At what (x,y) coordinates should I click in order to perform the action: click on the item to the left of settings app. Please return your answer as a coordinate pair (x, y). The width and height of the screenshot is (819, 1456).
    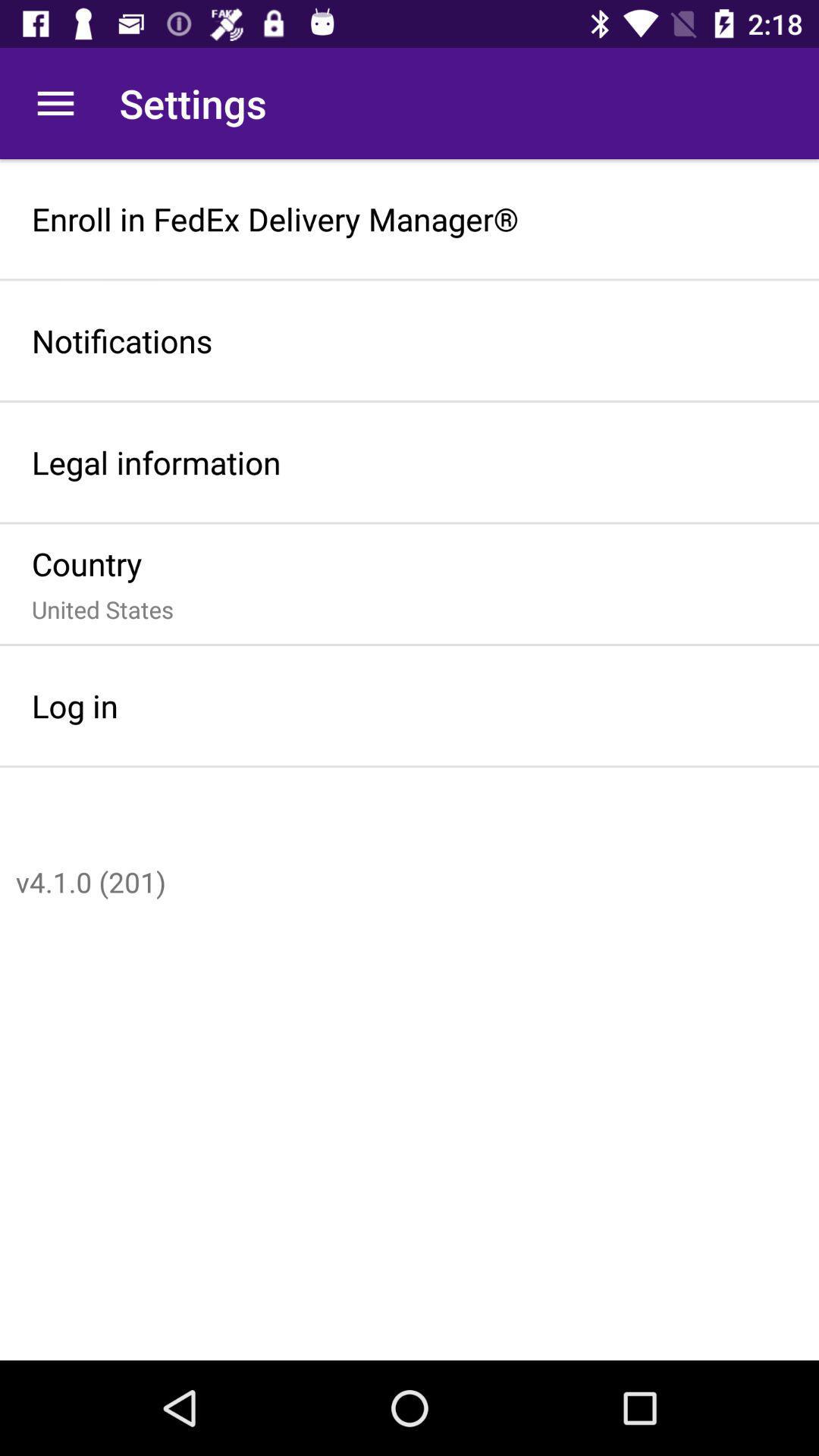
    Looking at the image, I should click on (55, 102).